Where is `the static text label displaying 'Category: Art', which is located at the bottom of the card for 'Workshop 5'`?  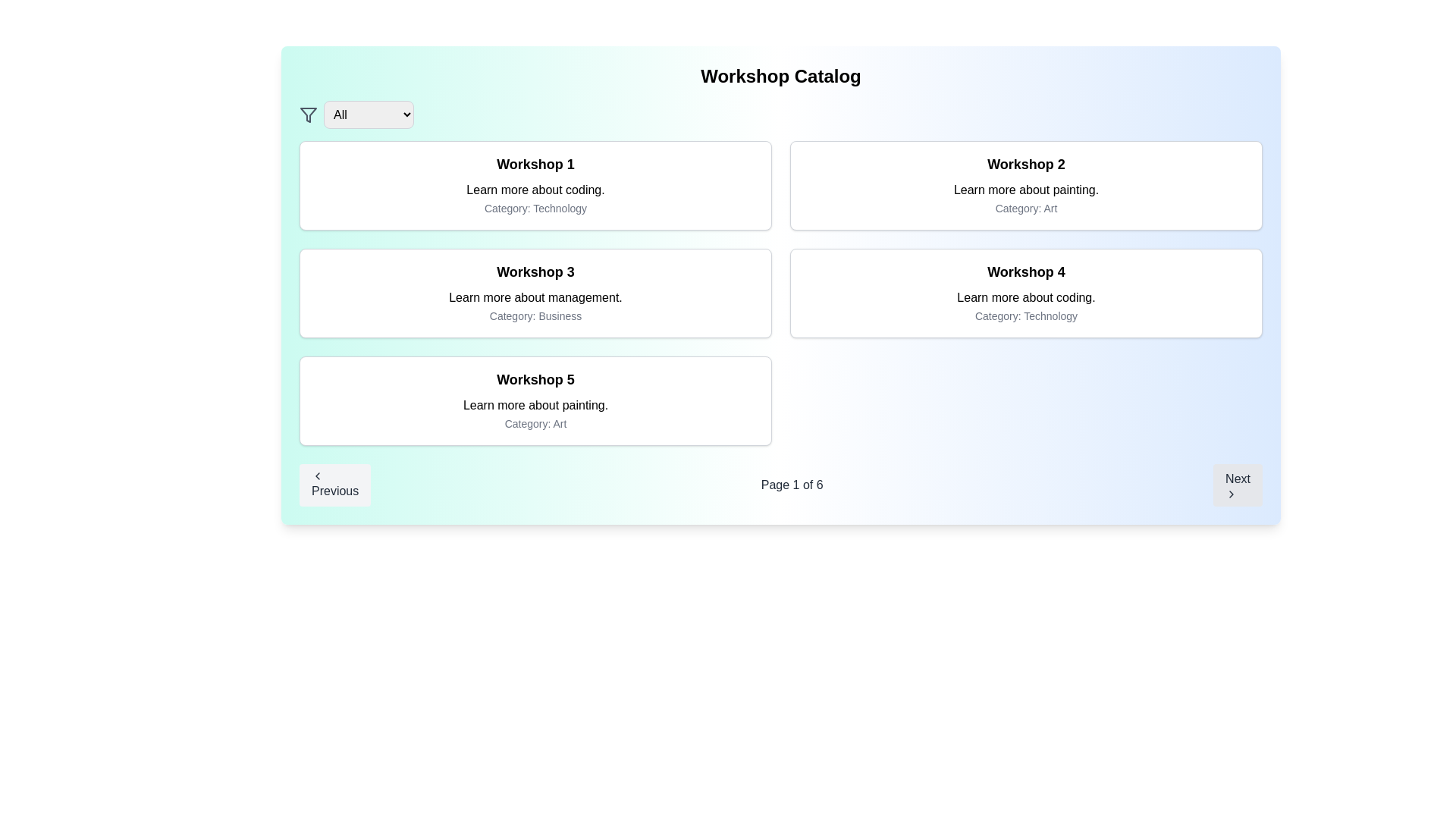
the static text label displaying 'Category: Art', which is located at the bottom of the card for 'Workshop 5' is located at coordinates (535, 424).